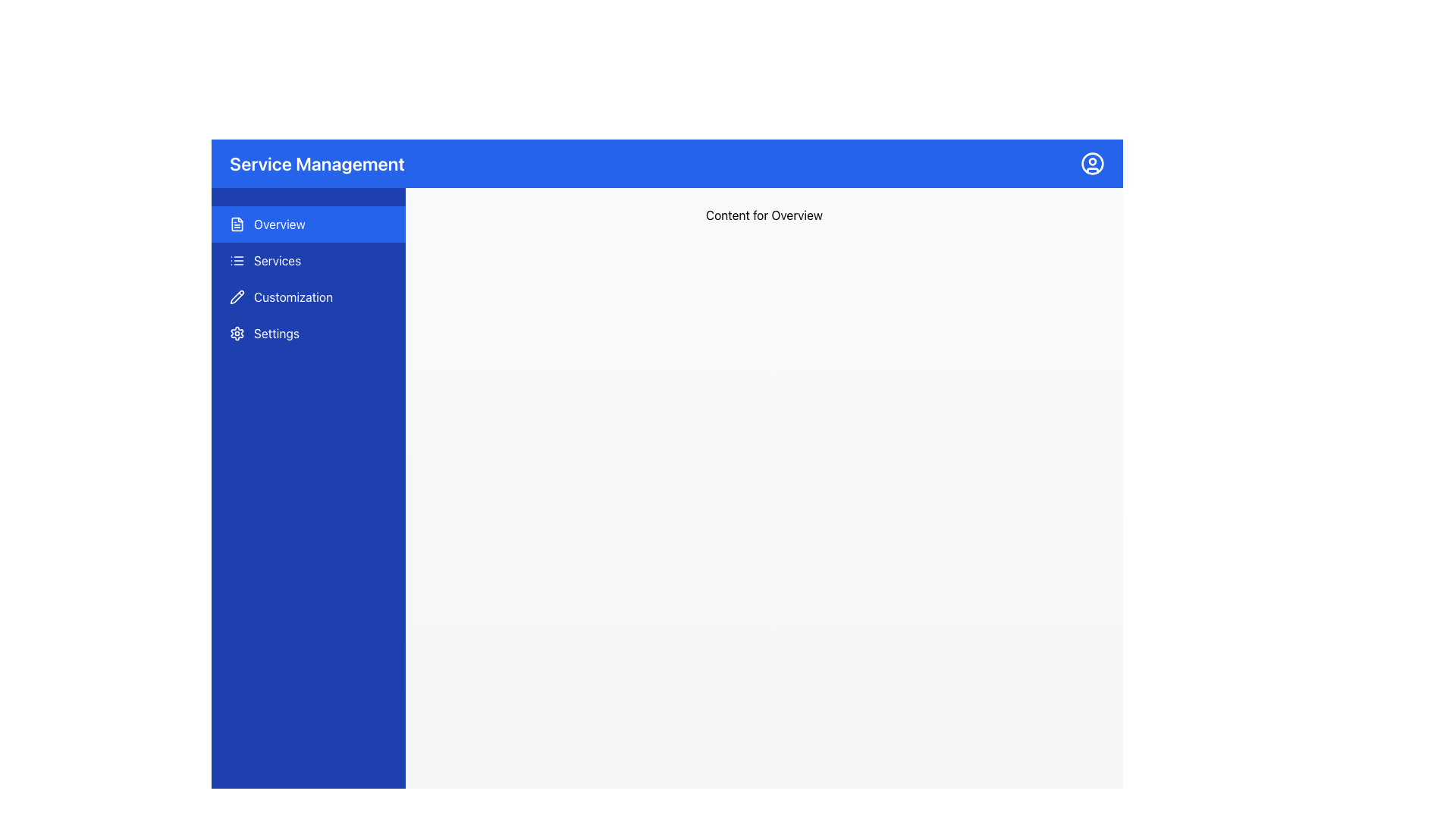 This screenshot has height=819, width=1456. What do you see at coordinates (308, 259) in the screenshot?
I see `the 'Services' navigation button located in the vertical navigation bar, which is the second item below 'Overview' and above 'Customization'` at bounding box center [308, 259].